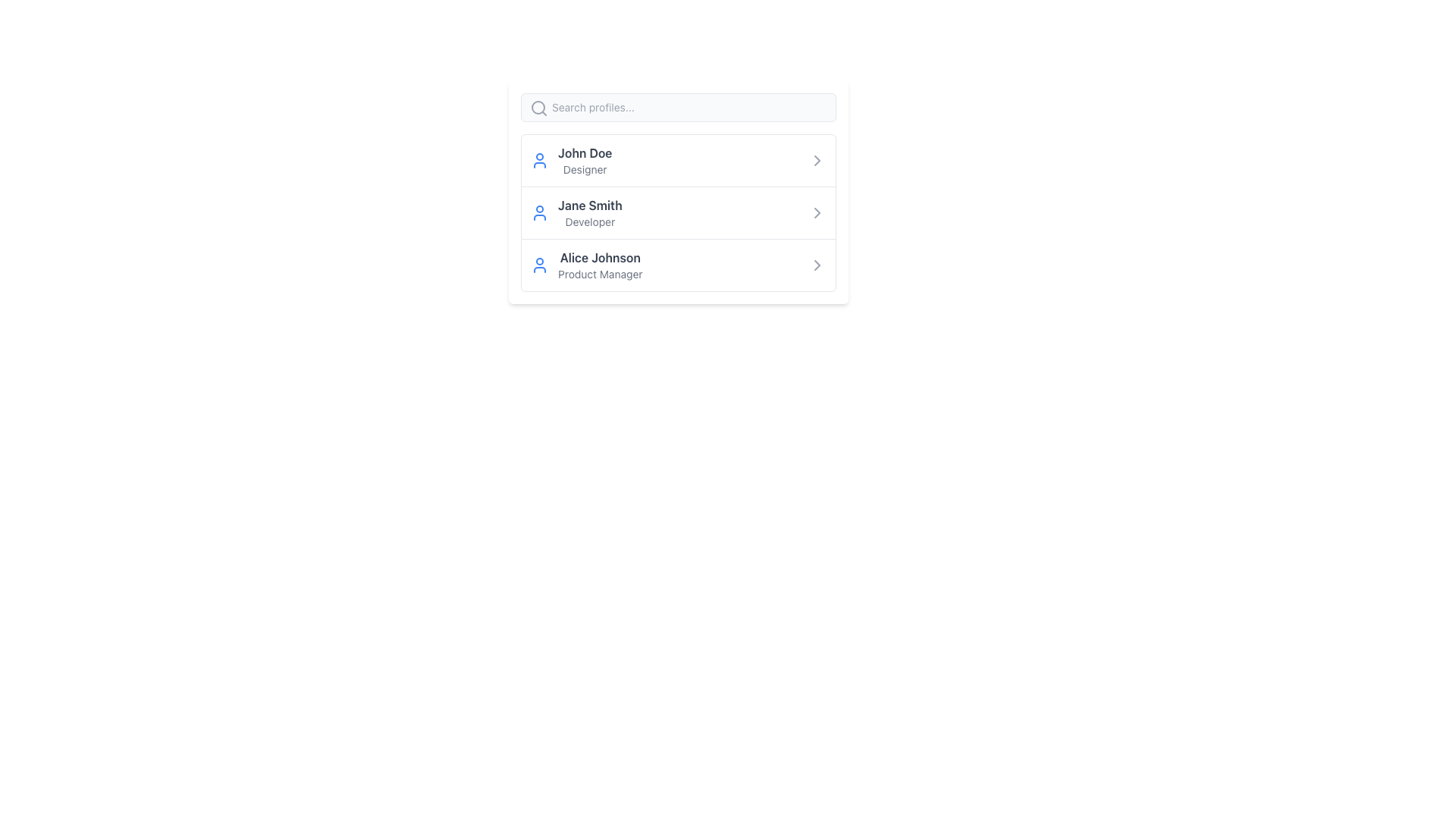 The height and width of the screenshot is (819, 1456). What do you see at coordinates (538, 107) in the screenshot?
I see `the search icon located at the upper-left side of the search bar, preceding the text input field labeled 'Search profiles...'` at bounding box center [538, 107].